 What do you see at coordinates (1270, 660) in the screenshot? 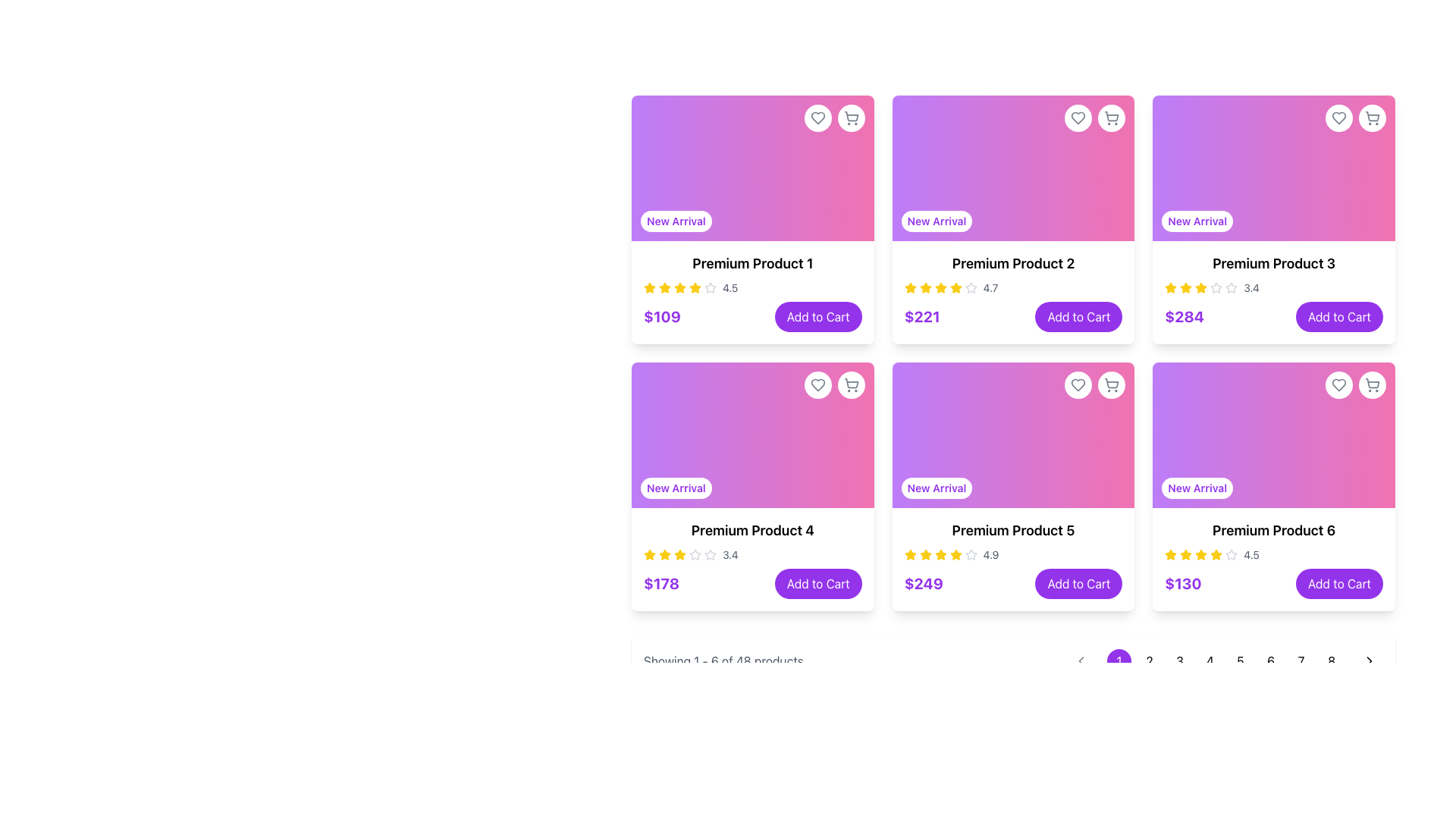
I see `the circular pagination button labeled '6' at the bottom center of the interface` at bounding box center [1270, 660].